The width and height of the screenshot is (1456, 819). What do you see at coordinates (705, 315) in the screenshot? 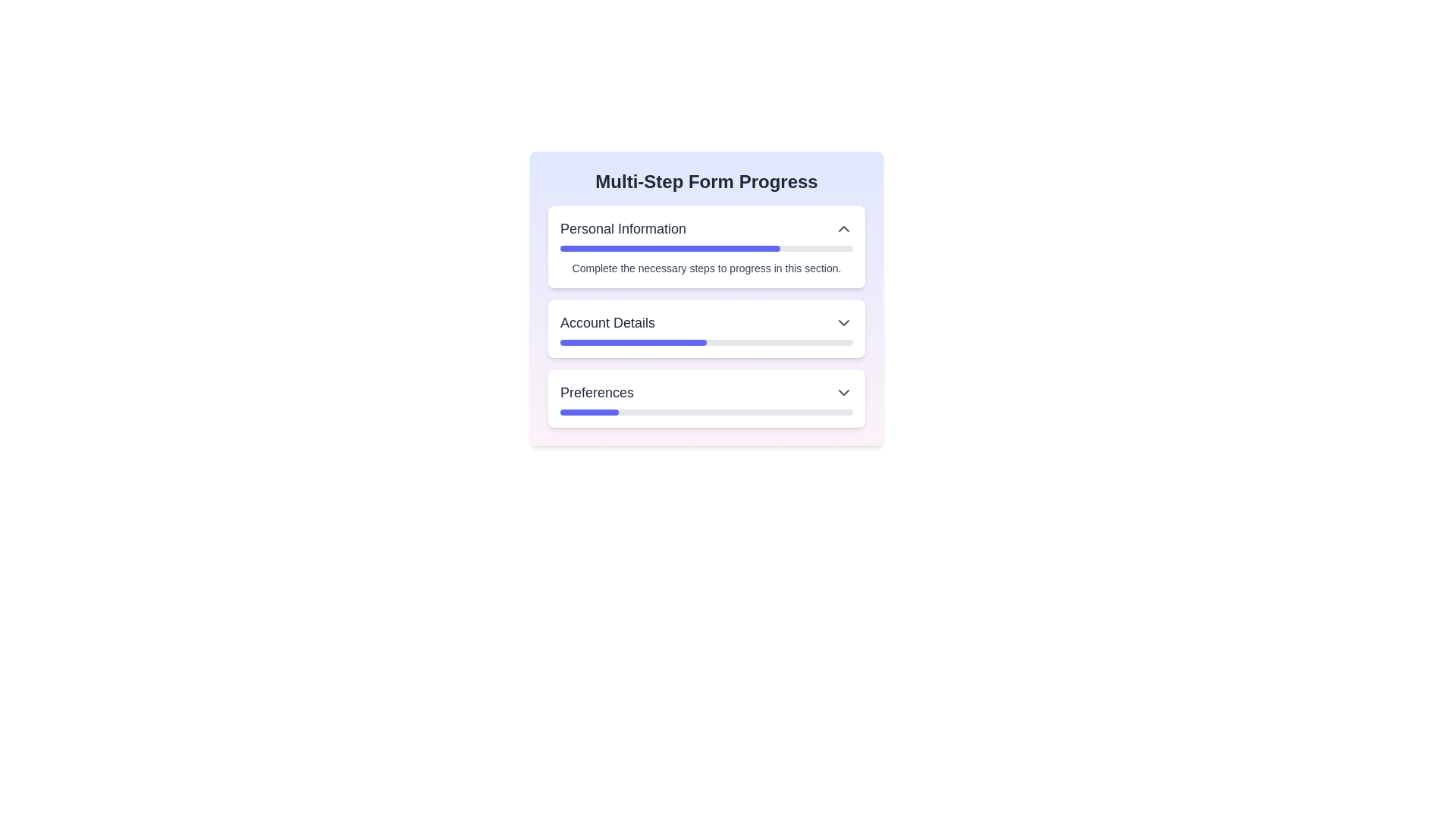
I see `the 'Account Details' collapsible section in the multi-step form UI, which is styled with a white background, rounded corners, and shadow effect, located between the 'Personal Information' and 'Preferences' sections` at bounding box center [705, 315].